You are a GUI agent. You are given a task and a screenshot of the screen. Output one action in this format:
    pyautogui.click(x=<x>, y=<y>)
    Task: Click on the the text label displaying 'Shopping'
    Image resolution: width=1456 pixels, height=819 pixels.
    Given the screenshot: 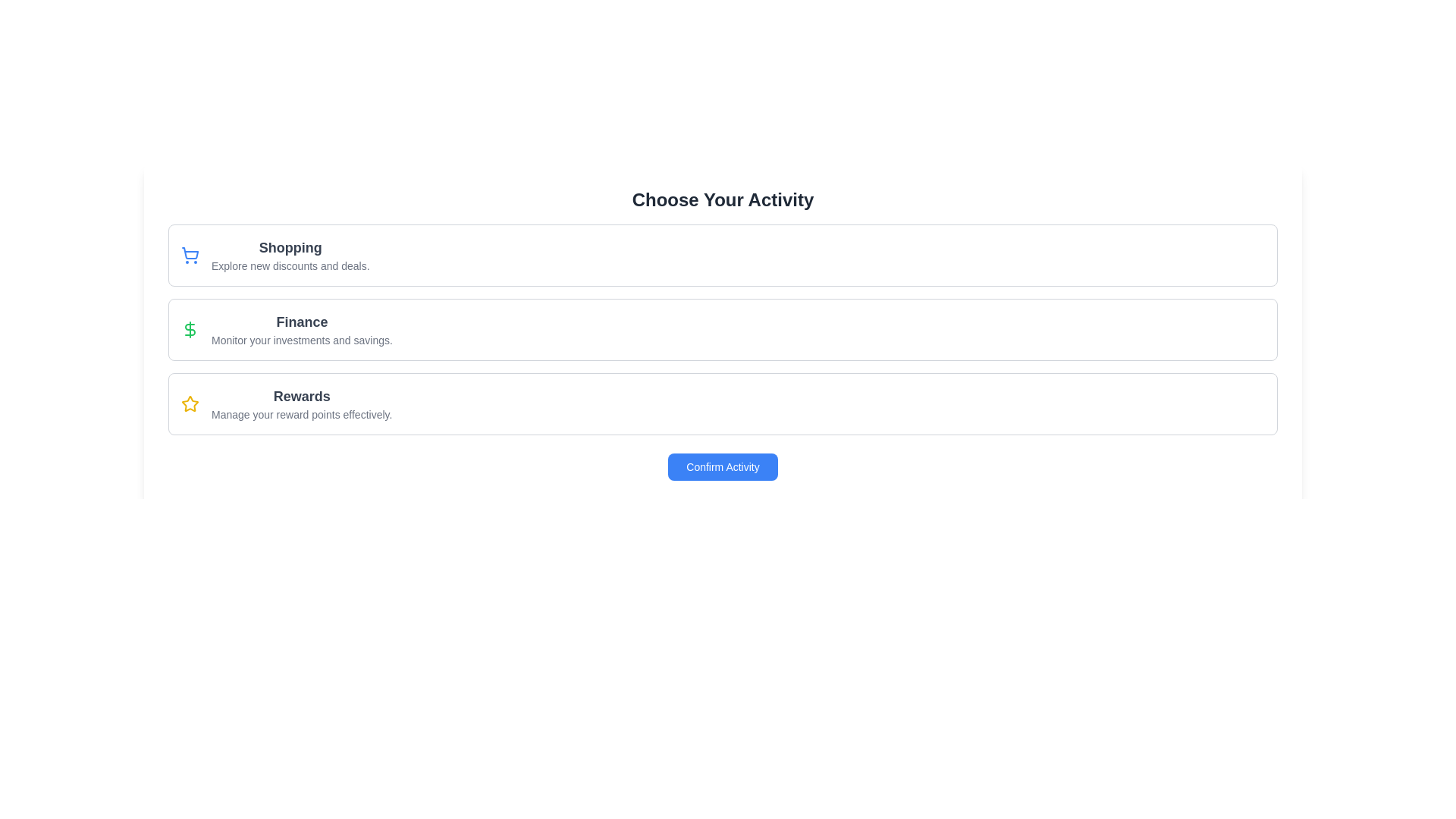 What is the action you would take?
    pyautogui.click(x=290, y=247)
    